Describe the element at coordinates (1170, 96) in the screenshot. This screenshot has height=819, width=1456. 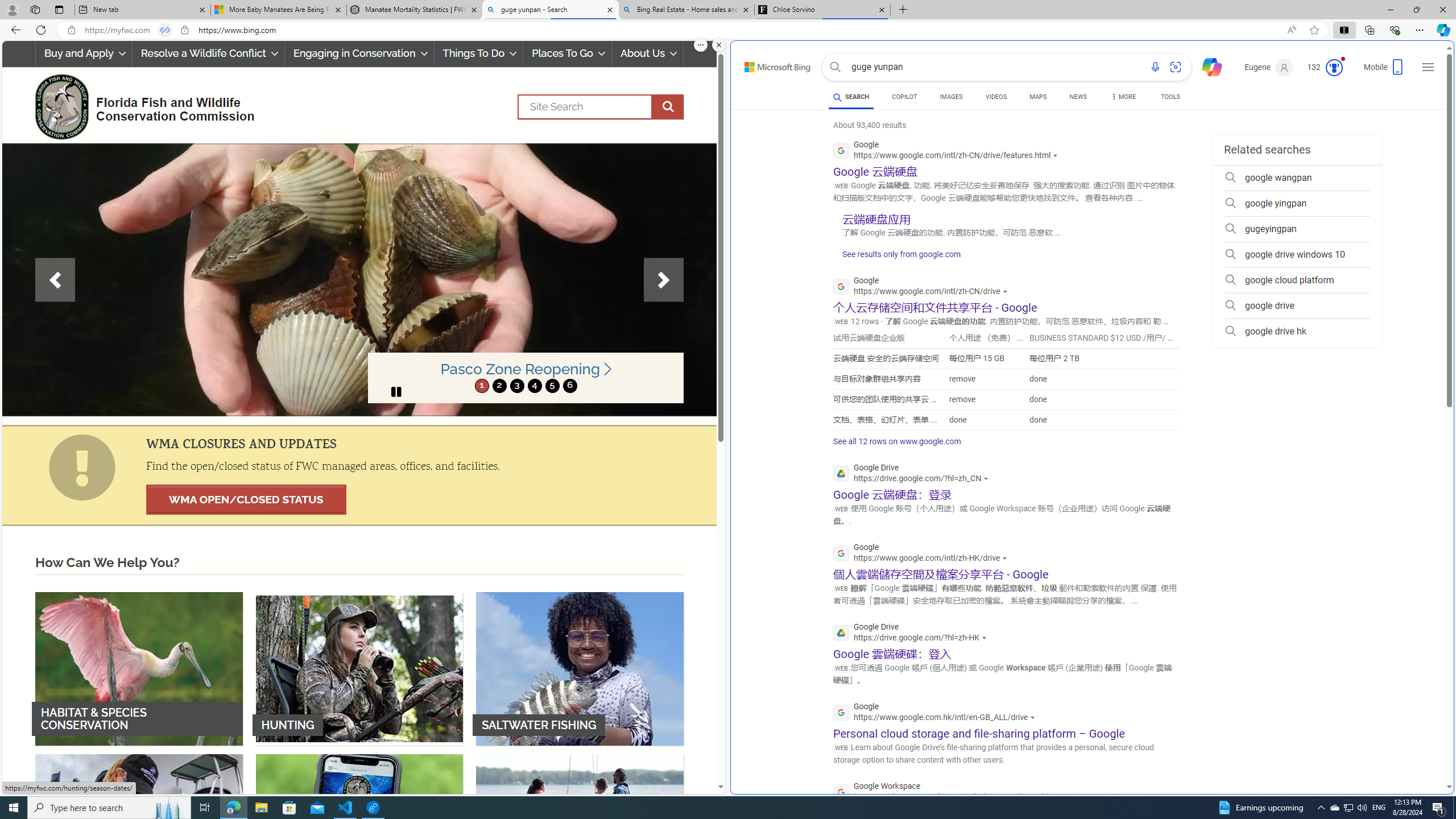
I see `'TOOLS'` at that location.